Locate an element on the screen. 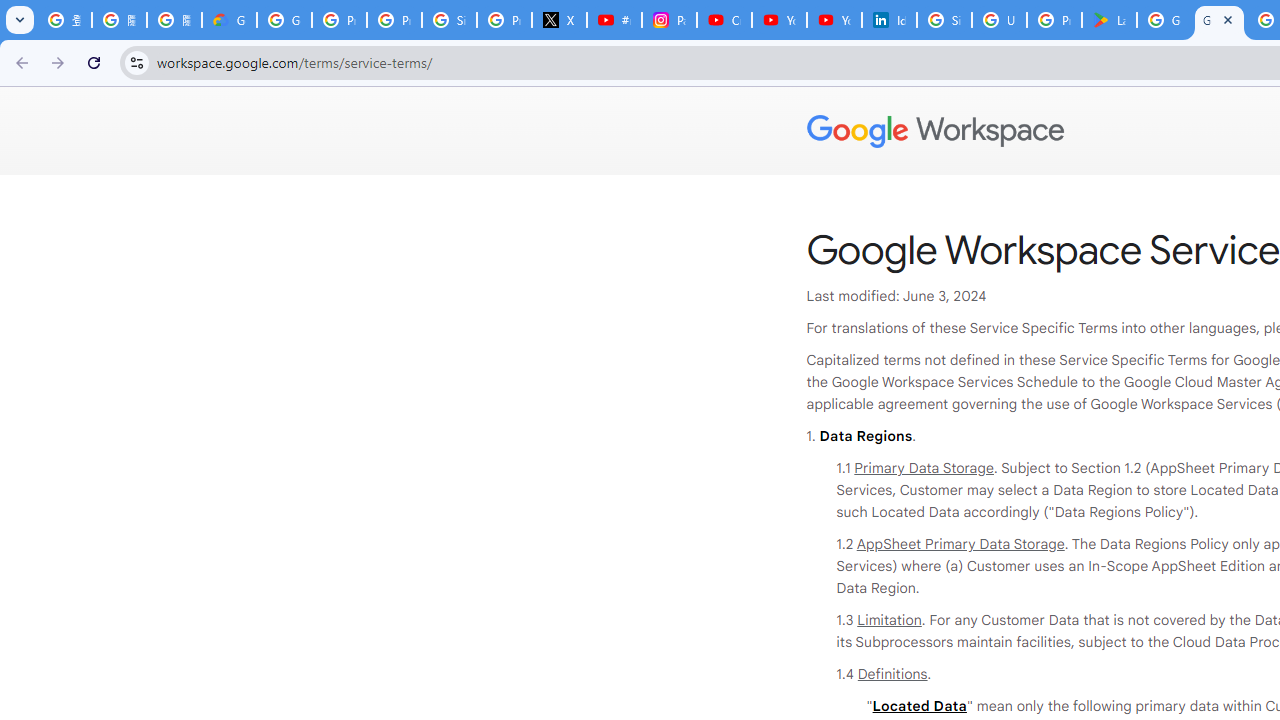 The image size is (1280, 720). 'X' is located at coordinates (560, 20).